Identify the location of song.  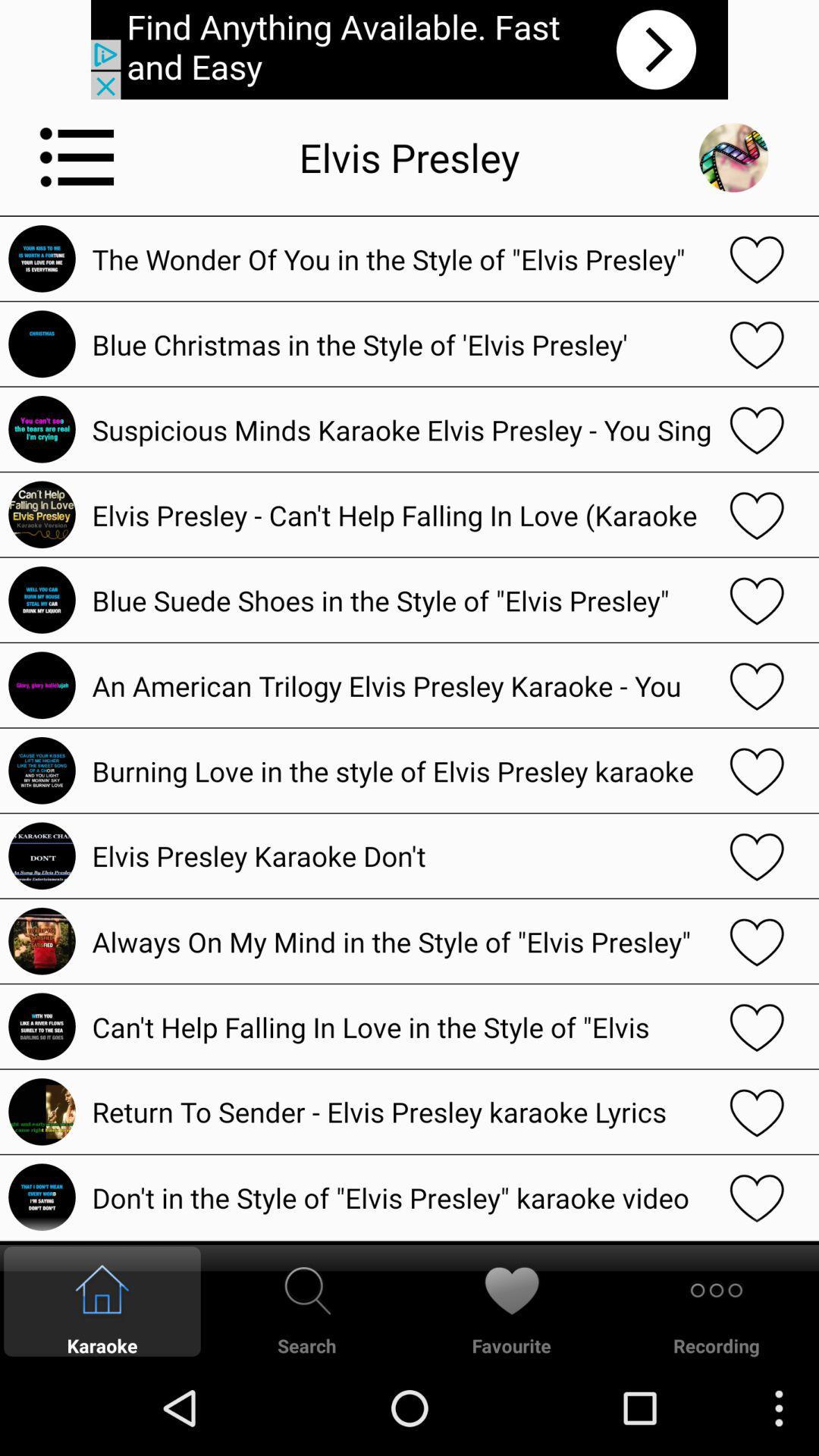
(757, 343).